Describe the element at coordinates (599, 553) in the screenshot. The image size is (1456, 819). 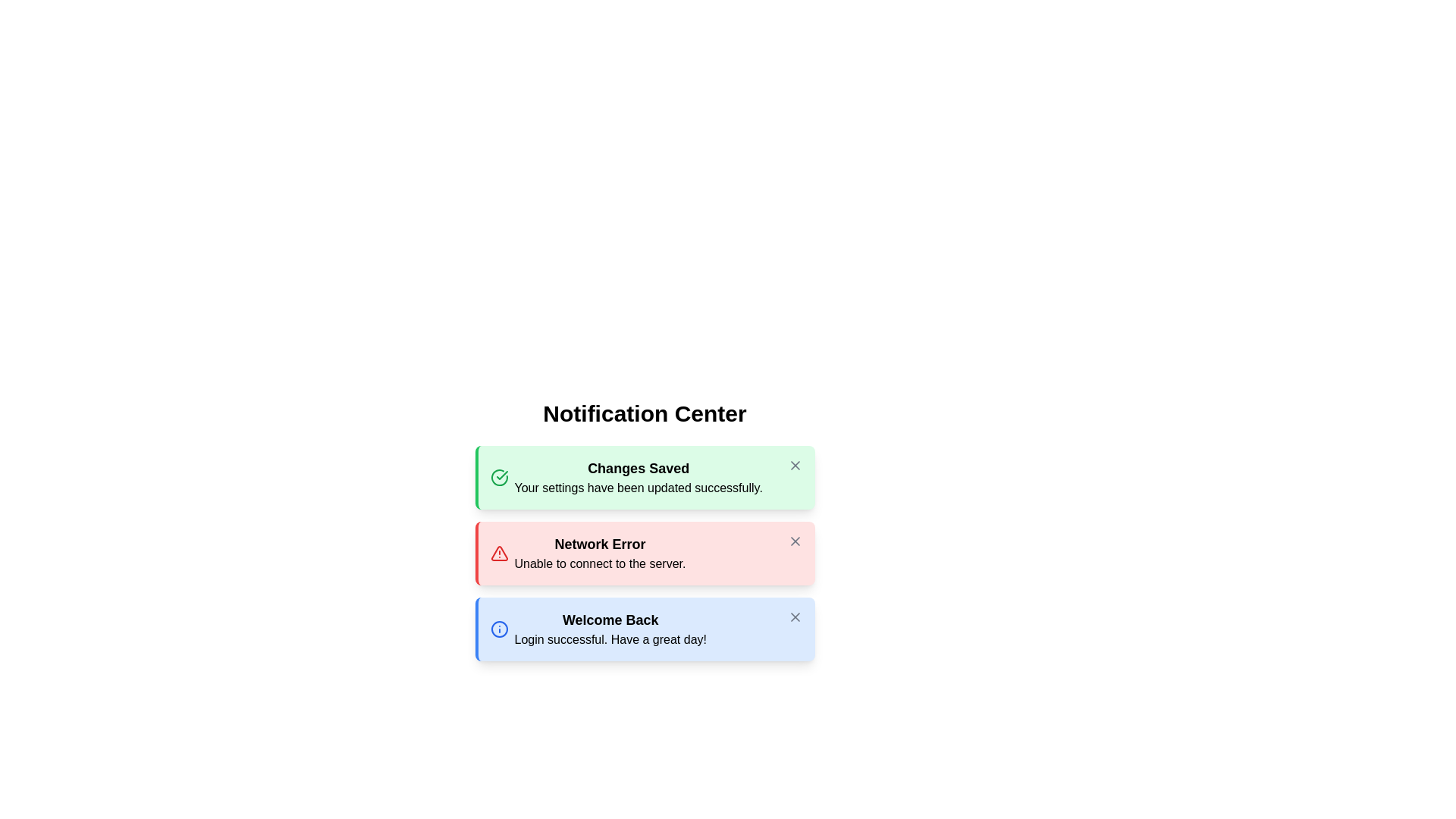
I see `the network error message displayed in the second notification card within the Notification Center` at that location.